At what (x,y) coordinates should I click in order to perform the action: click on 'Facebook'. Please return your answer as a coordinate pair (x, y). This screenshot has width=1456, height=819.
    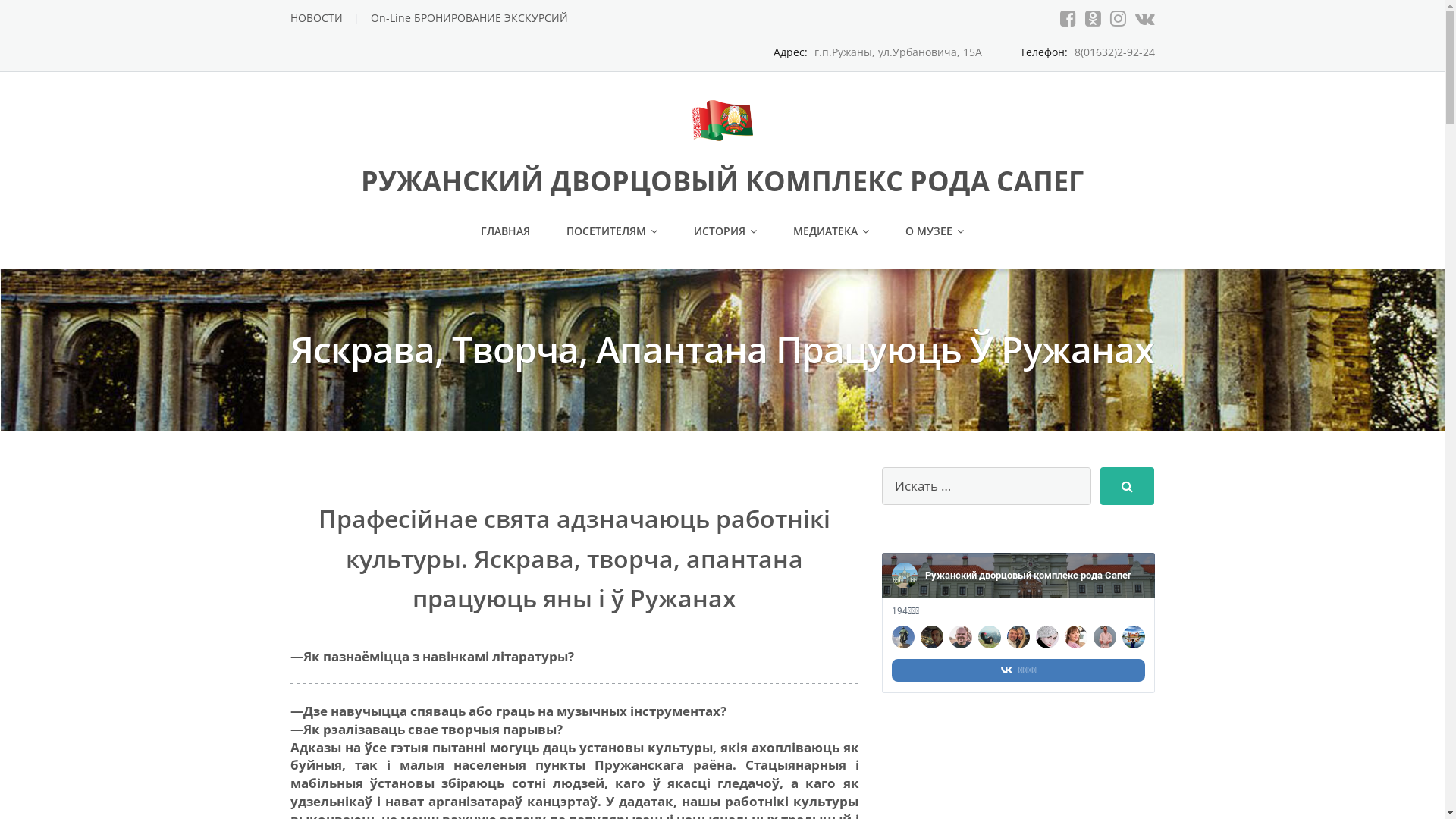
    Looking at the image, I should click on (1067, 17).